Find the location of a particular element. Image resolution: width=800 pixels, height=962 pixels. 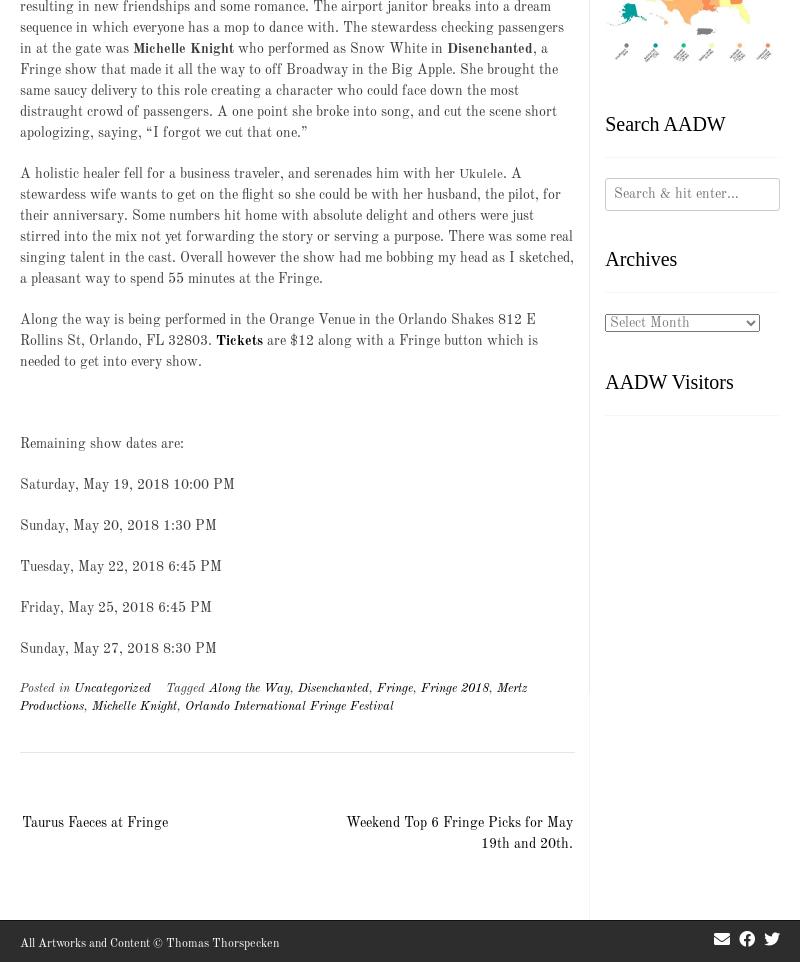

'10:00  PM' is located at coordinates (204, 482).